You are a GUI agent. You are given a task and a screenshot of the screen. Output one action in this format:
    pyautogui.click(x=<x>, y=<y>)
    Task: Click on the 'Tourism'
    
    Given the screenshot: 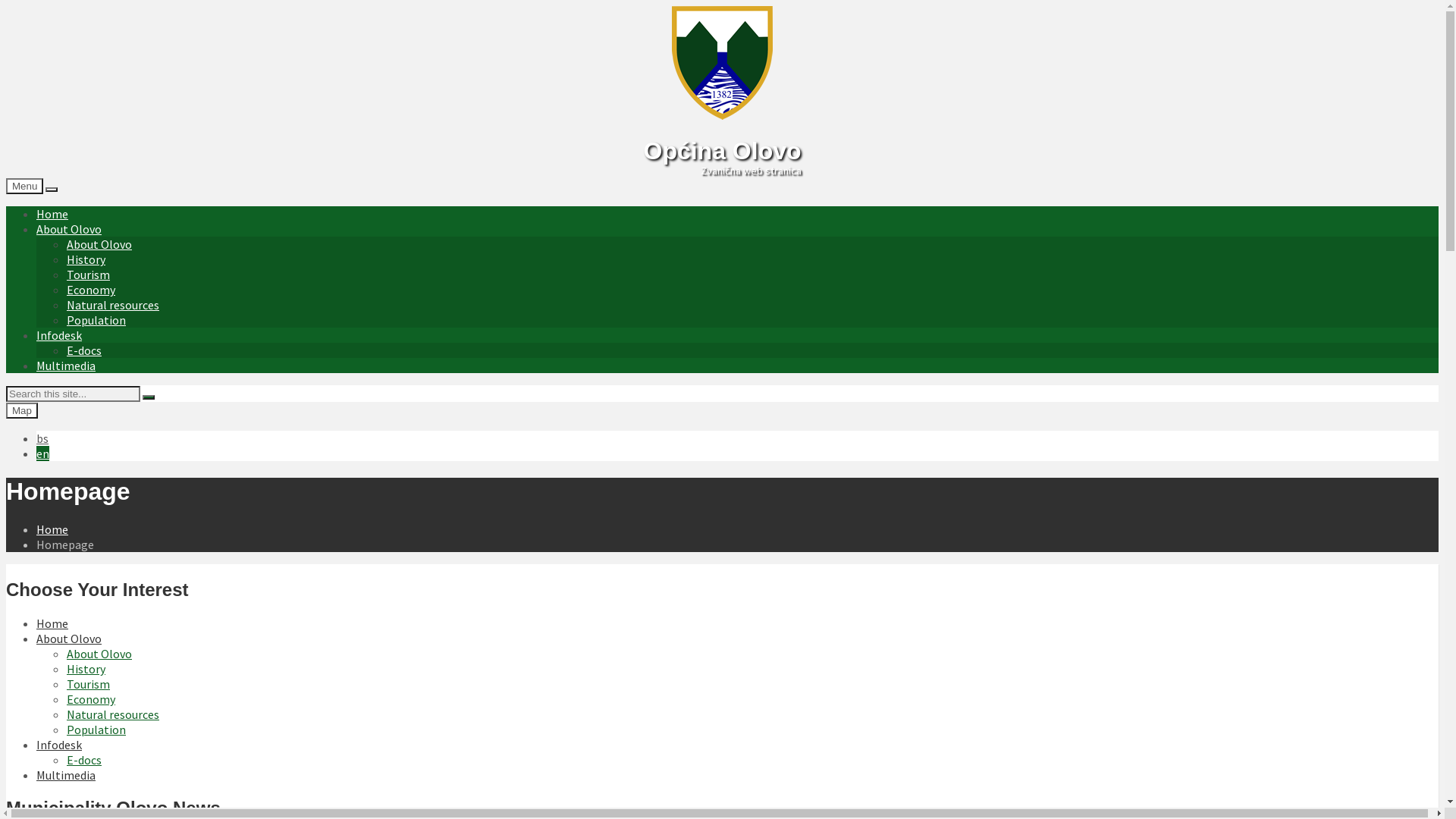 What is the action you would take?
    pyautogui.click(x=87, y=275)
    